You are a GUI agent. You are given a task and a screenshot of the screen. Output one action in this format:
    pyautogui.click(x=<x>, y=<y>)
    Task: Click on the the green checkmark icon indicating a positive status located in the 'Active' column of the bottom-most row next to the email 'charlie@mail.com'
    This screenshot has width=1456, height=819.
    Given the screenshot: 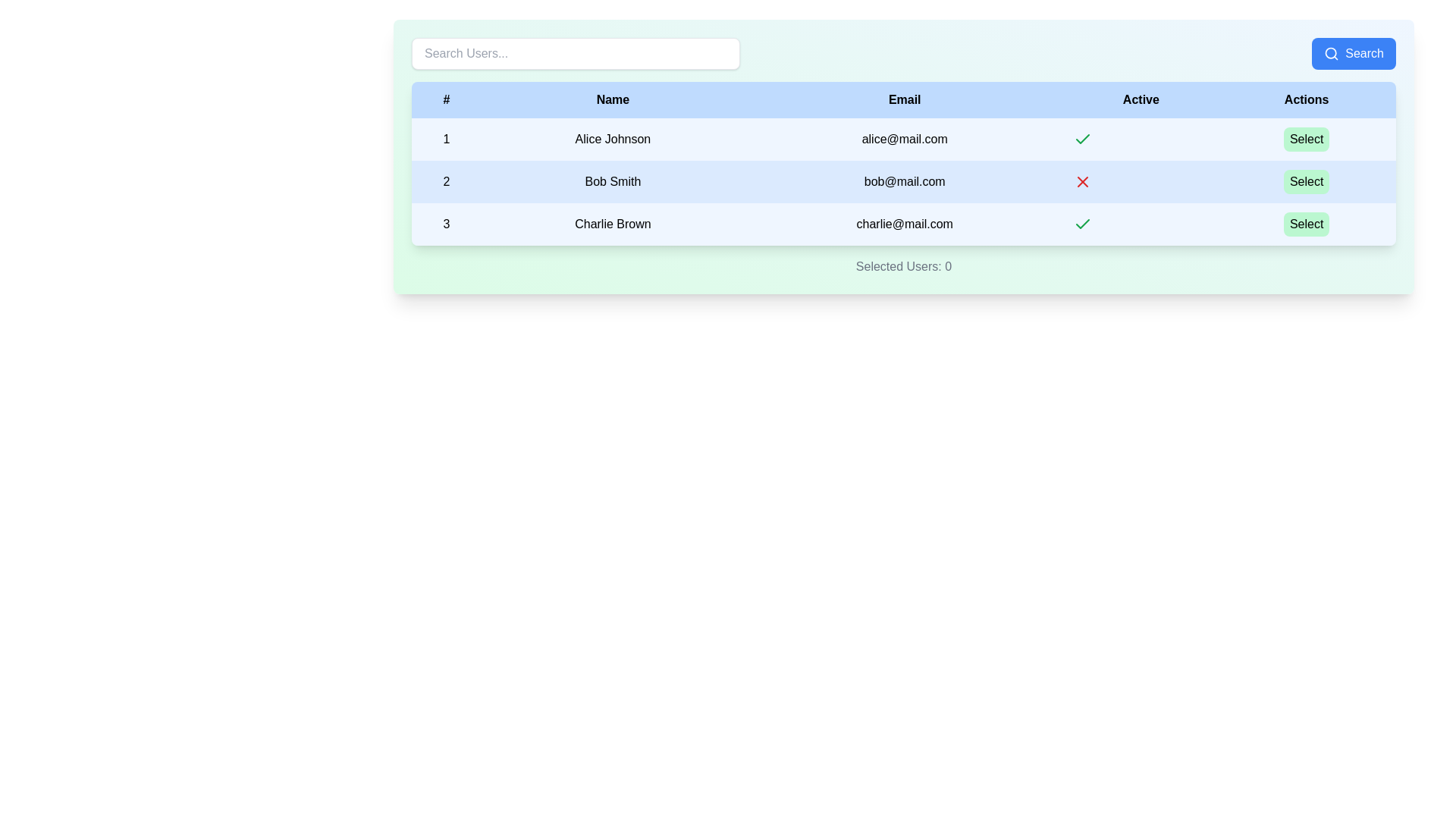 What is the action you would take?
    pyautogui.click(x=1082, y=224)
    